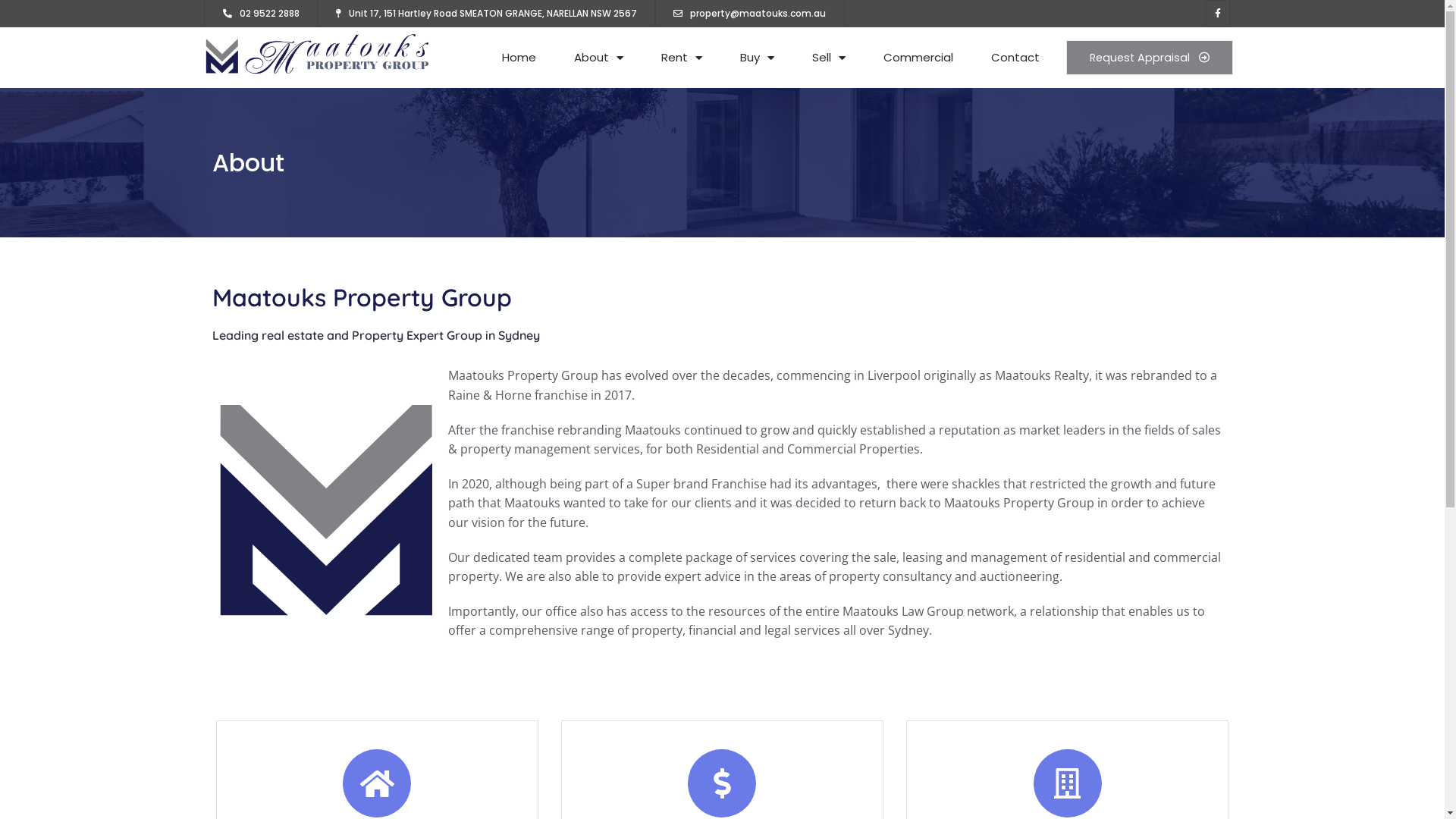  Describe the element at coordinates (203, 14) in the screenshot. I see `'02 9522 2888'` at that location.